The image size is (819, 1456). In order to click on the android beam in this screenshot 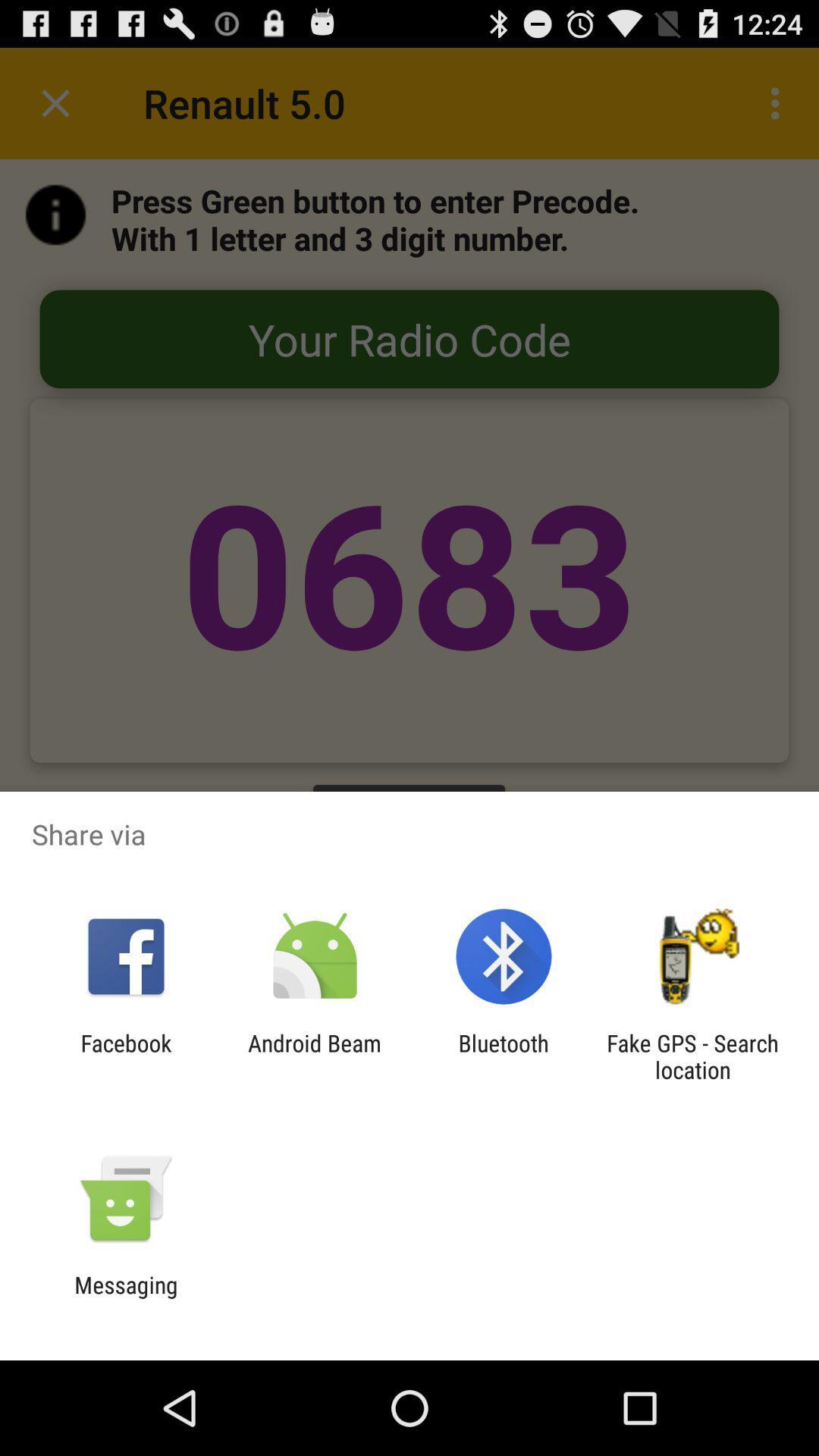, I will do `click(314, 1056)`.